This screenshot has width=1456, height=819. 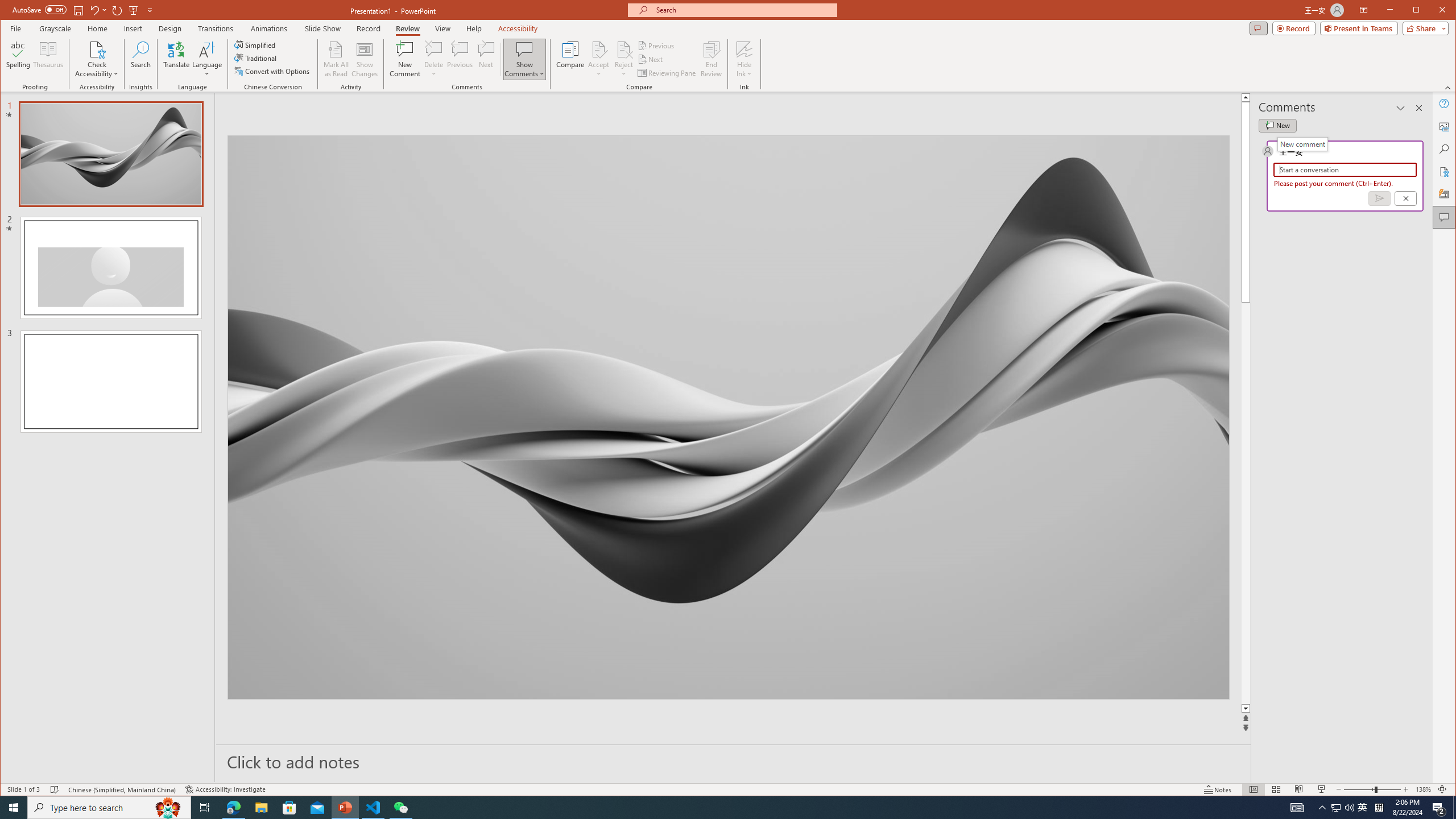 What do you see at coordinates (18, 59) in the screenshot?
I see `'Spelling...'` at bounding box center [18, 59].